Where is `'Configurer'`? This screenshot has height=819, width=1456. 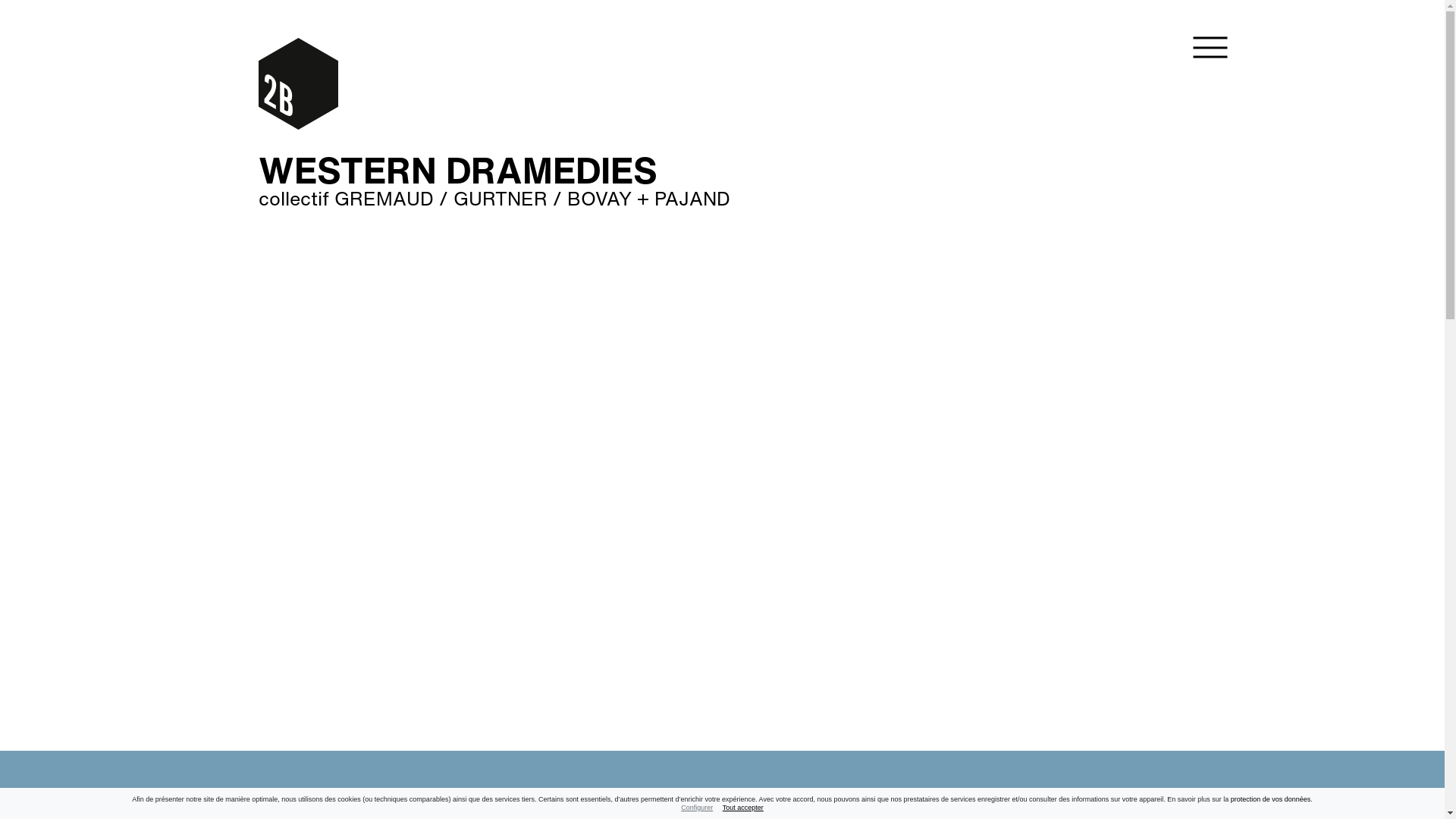
'Configurer' is located at coordinates (679, 806).